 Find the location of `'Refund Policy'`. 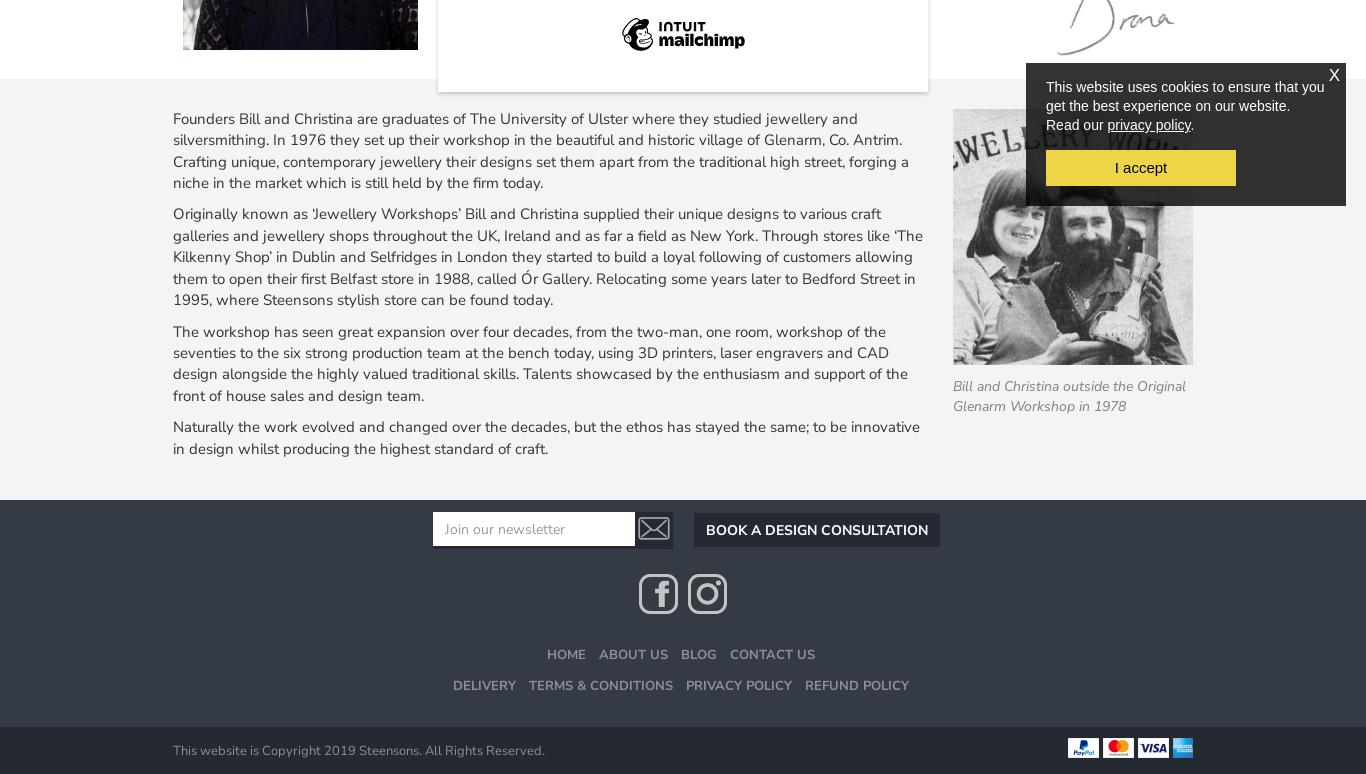

'Refund Policy' is located at coordinates (854, 684).